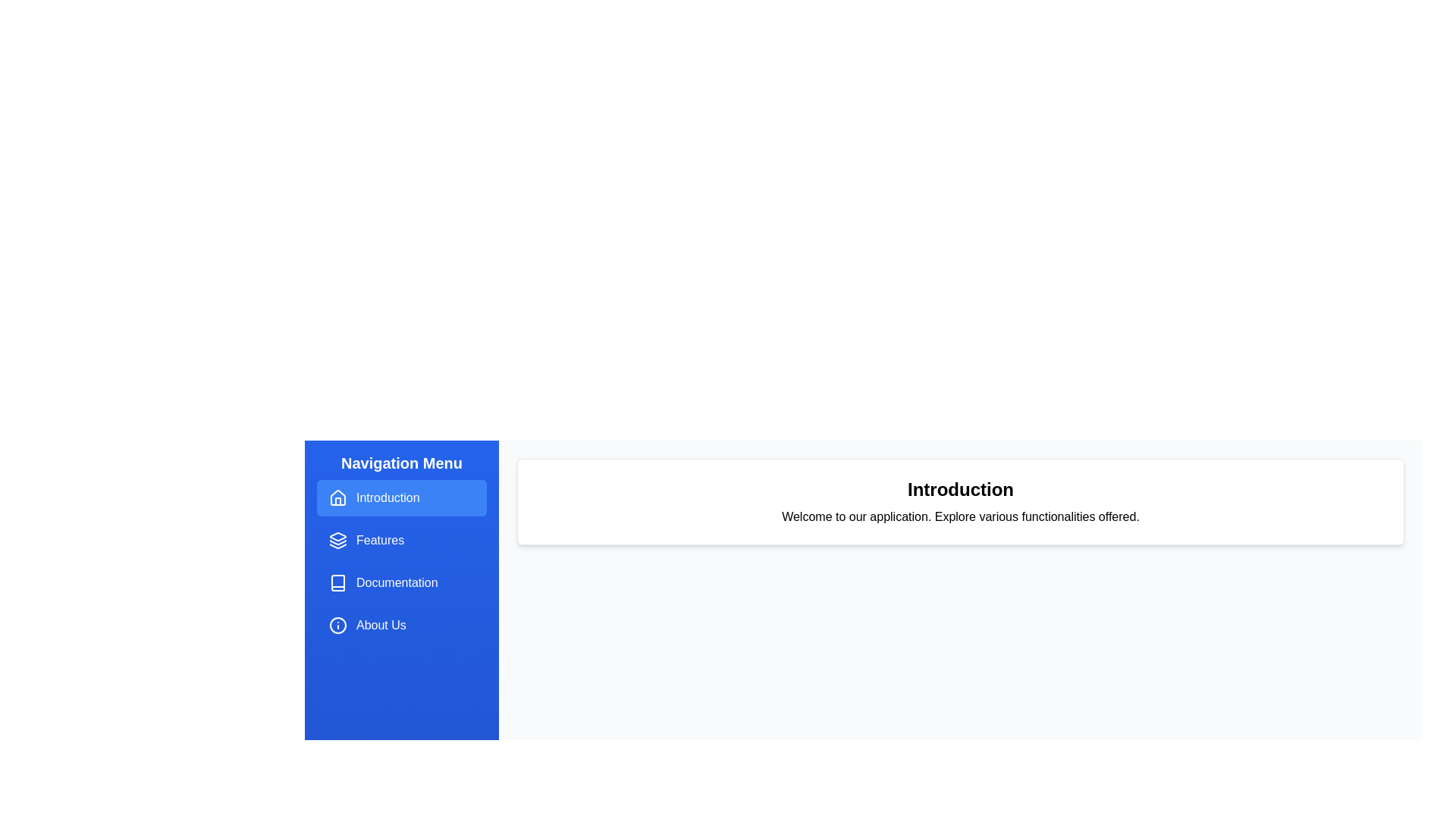 The width and height of the screenshot is (1456, 819). I want to click on keyboard navigation, so click(337, 540).